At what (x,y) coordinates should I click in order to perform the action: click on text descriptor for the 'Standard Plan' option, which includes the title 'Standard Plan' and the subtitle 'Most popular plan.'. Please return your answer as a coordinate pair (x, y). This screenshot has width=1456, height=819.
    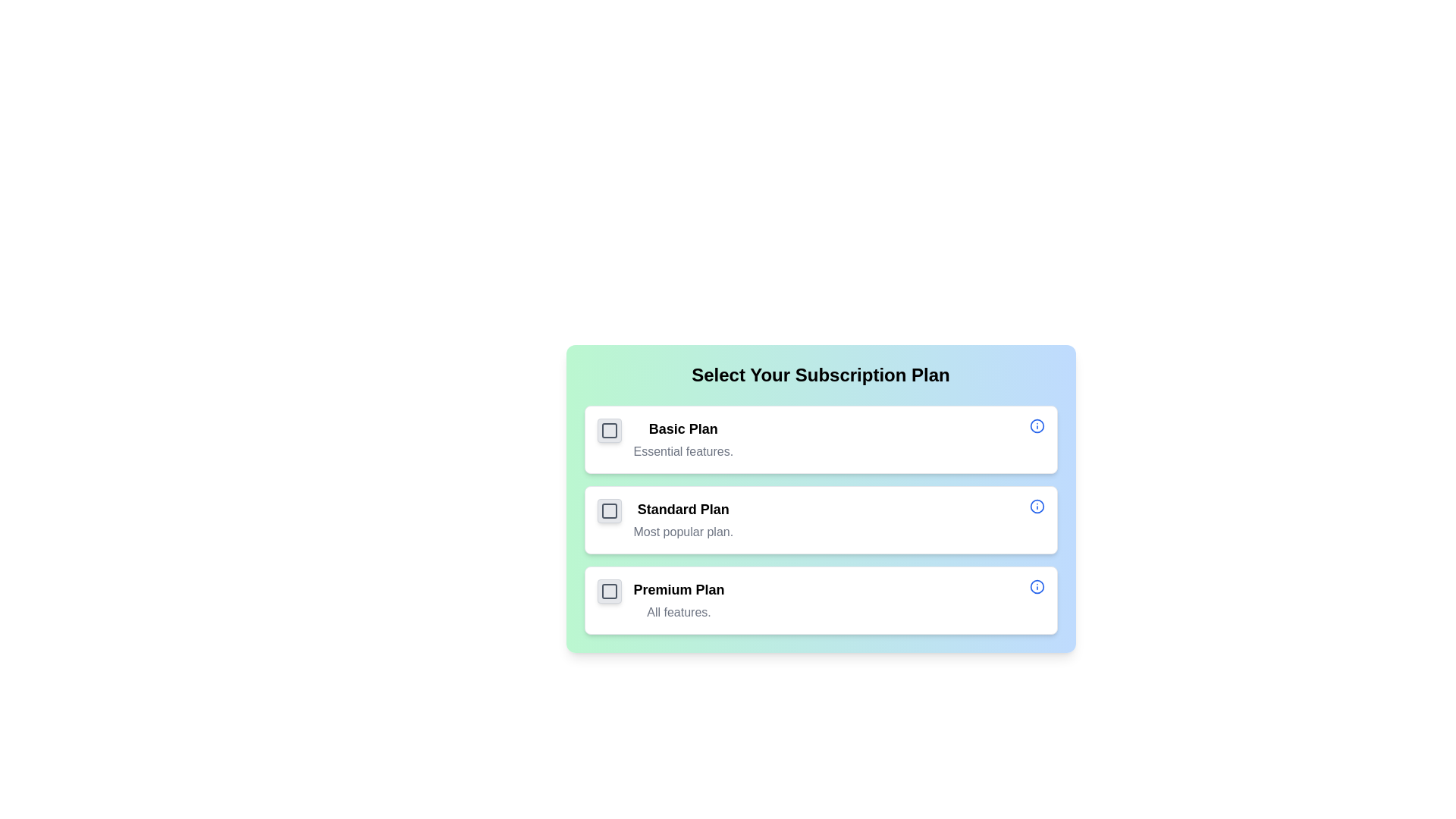
    Looking at the image, I should click on (682, 519).